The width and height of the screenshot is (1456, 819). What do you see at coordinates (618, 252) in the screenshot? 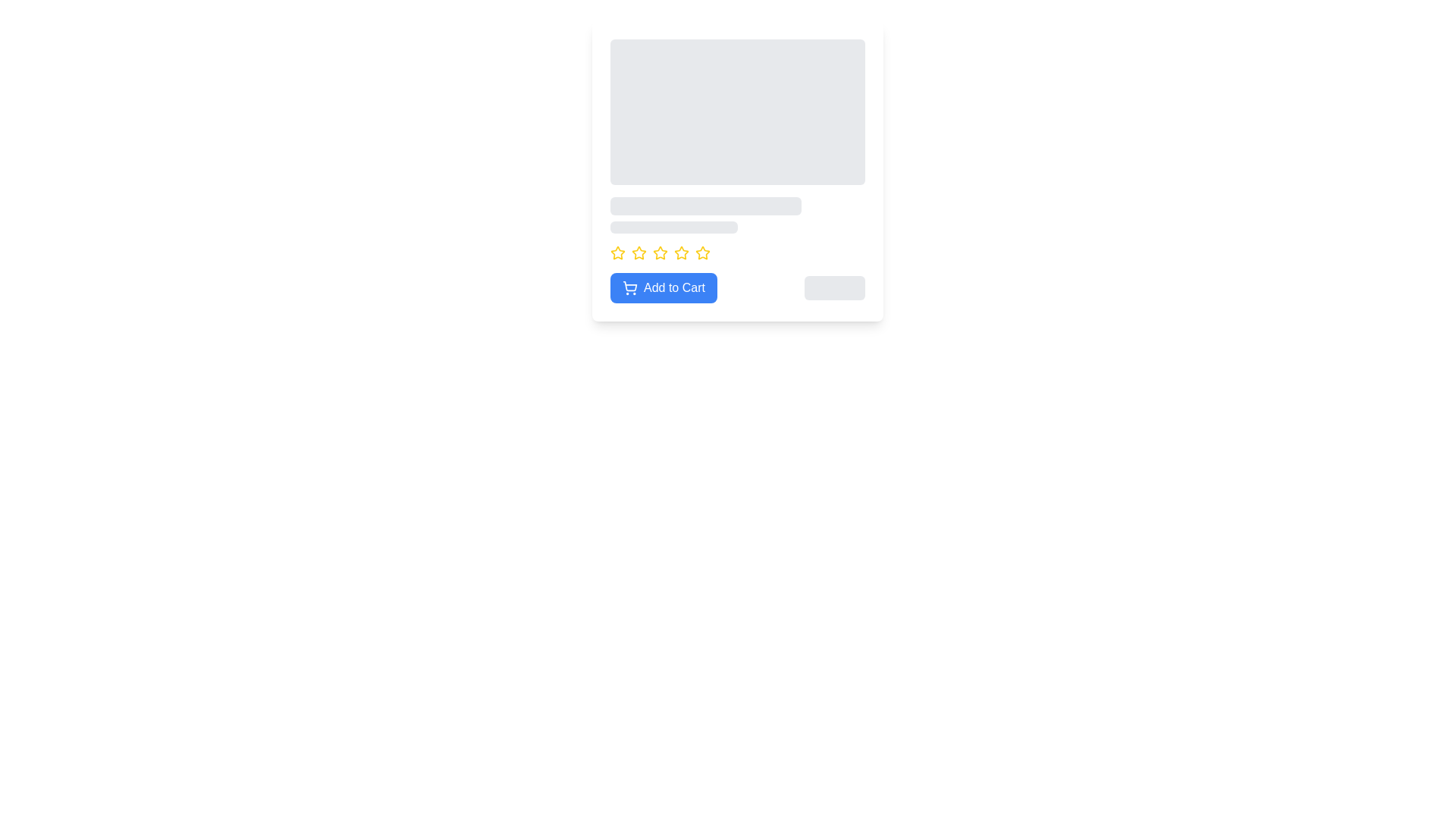
I see `the first star icon in the rating scale using keyboard navigation to focus on it for user feedback` at bounding box center [618, 252].